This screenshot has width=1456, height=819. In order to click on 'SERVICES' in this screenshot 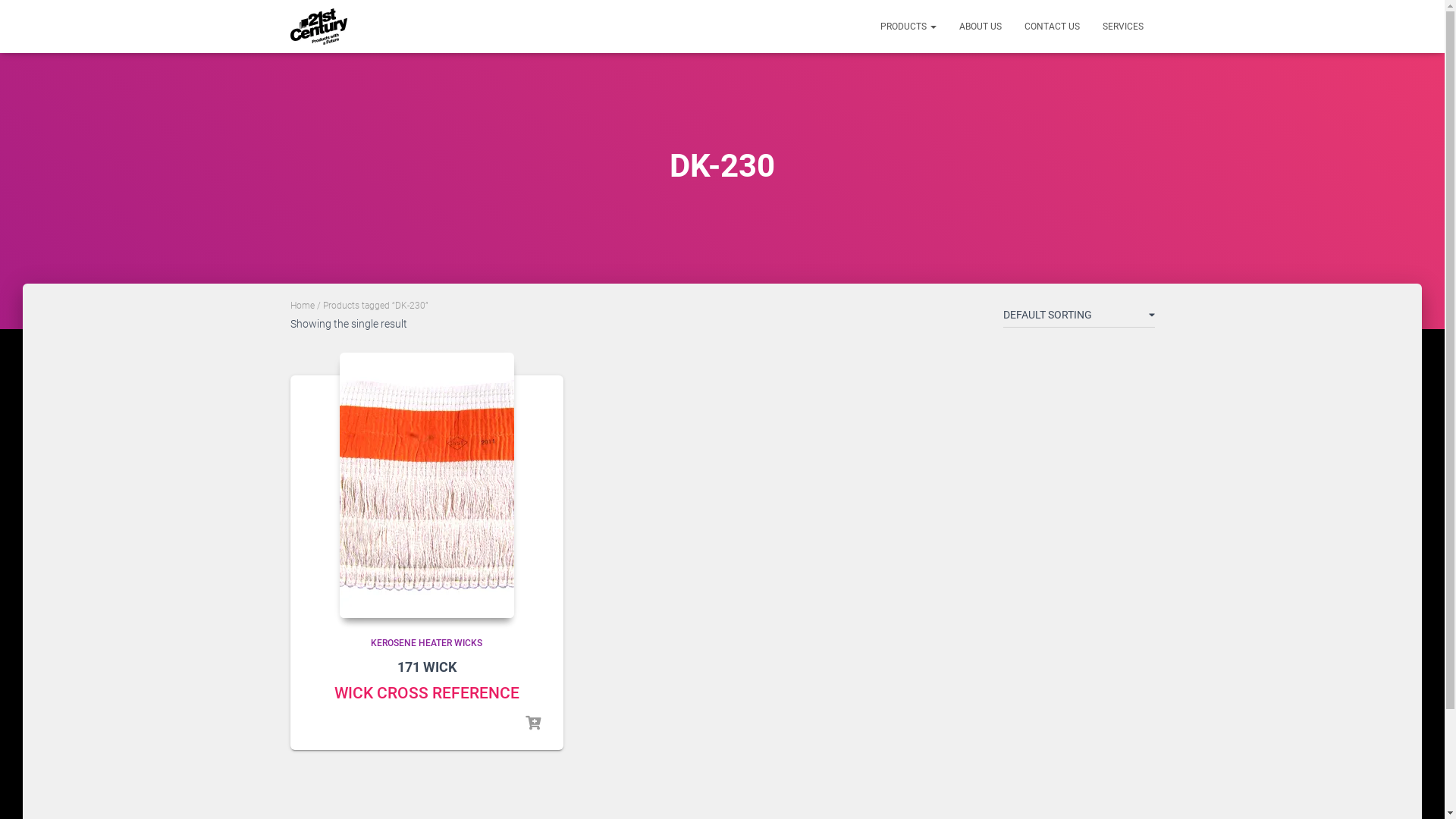, I will do `click(1122, 26)`.